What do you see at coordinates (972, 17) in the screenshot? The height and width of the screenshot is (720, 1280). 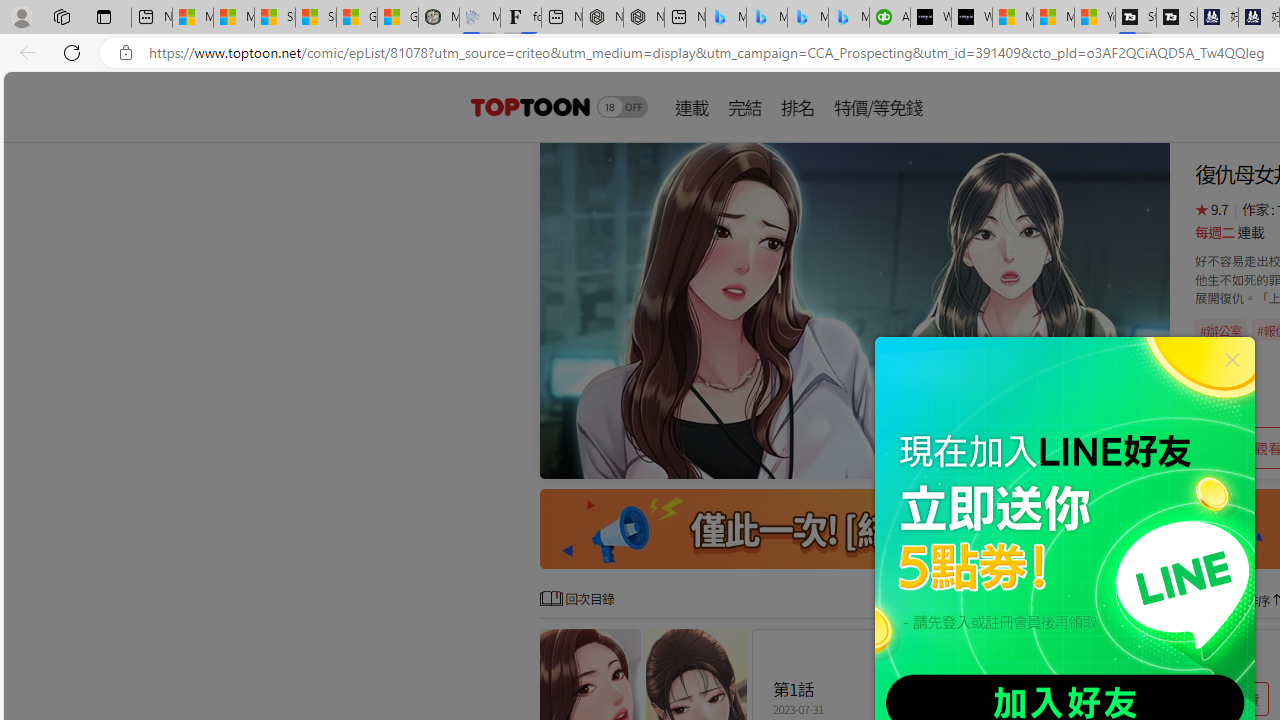 I see `'What'` at bounding box center [972, 17].